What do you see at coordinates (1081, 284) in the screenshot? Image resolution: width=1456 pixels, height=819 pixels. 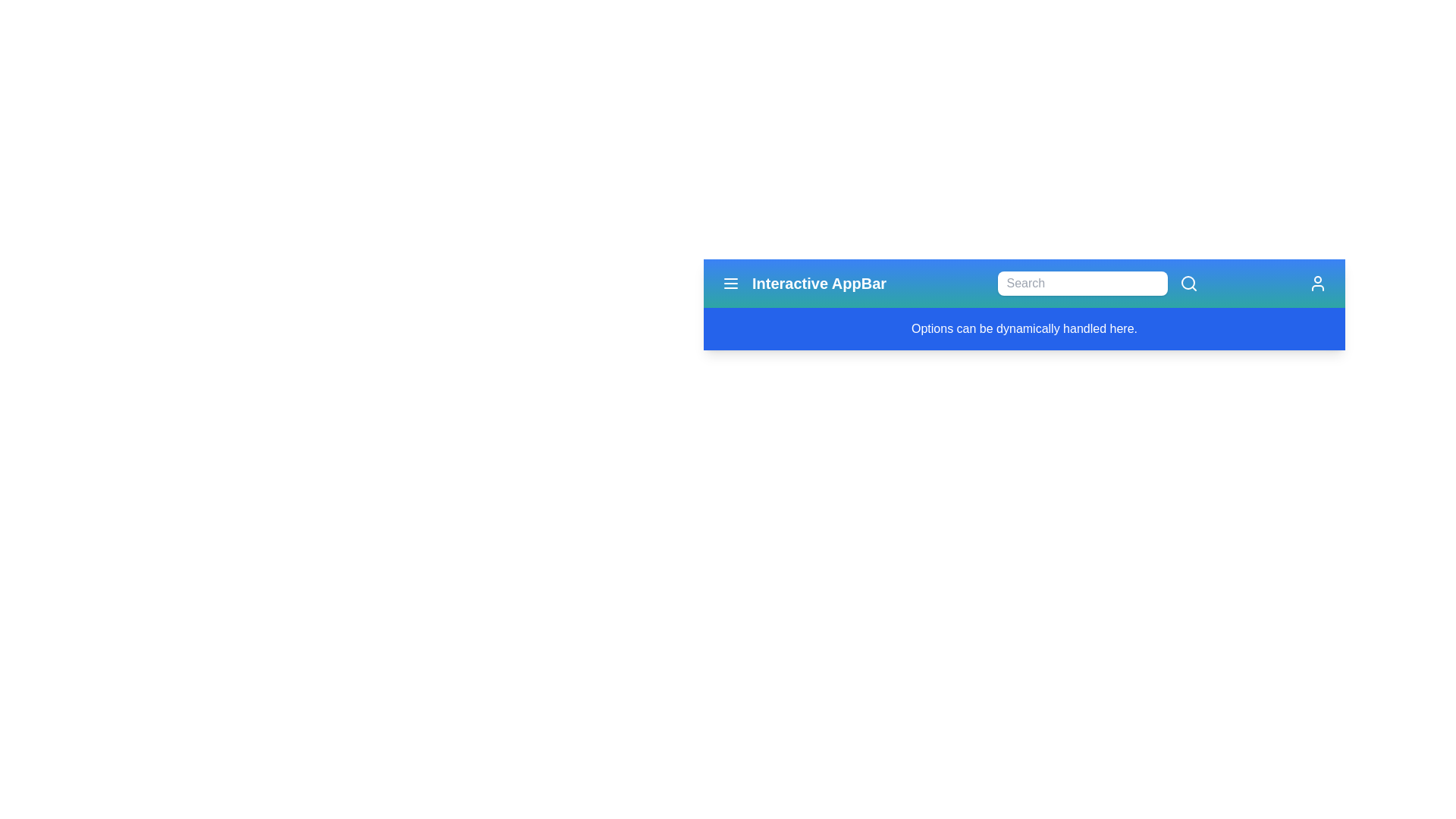 I see `the search bar and type the desired text` at bounding box center [1081, 284].